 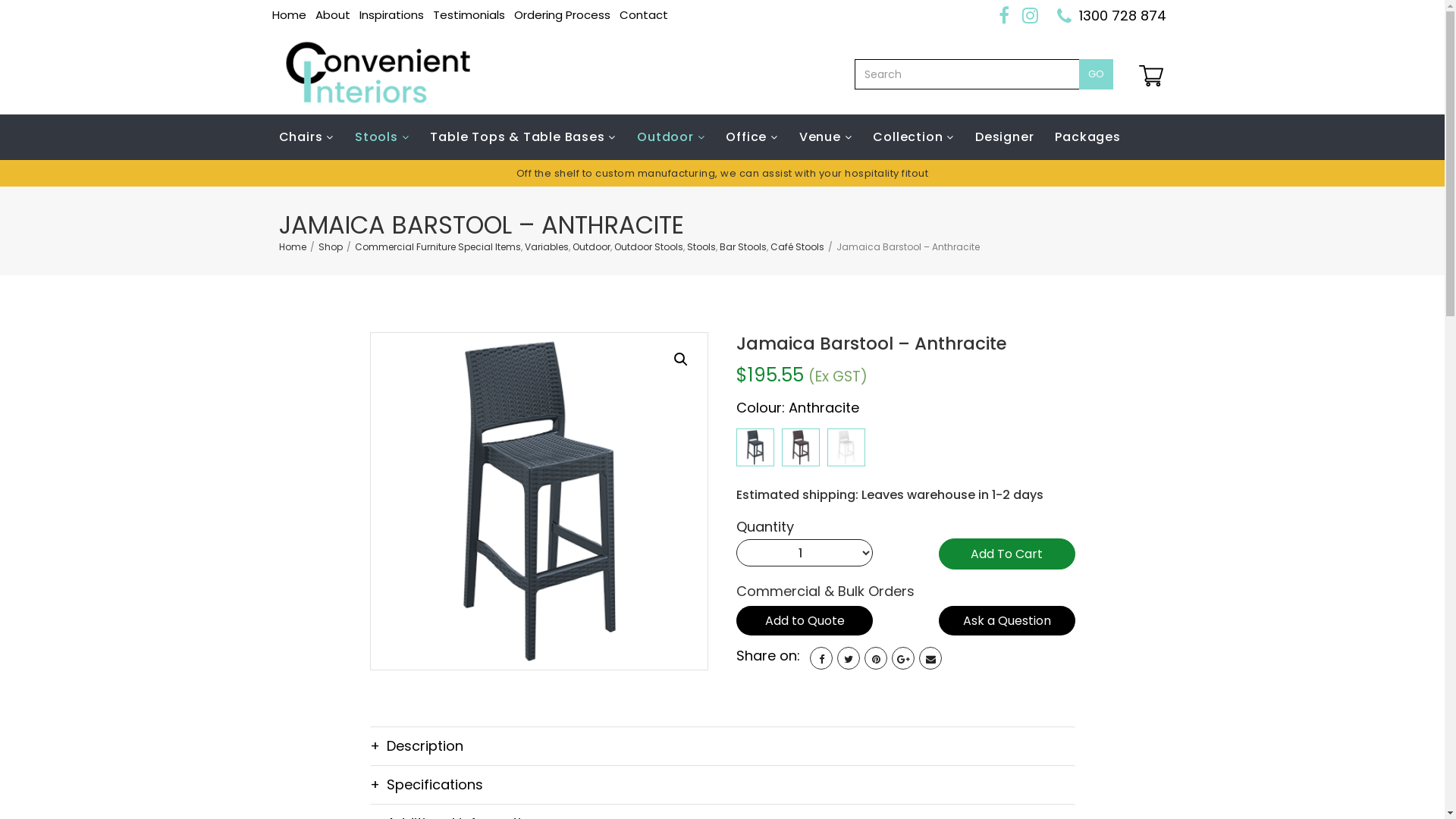 I want to click on 'Variables', so click(x=546, y=246).